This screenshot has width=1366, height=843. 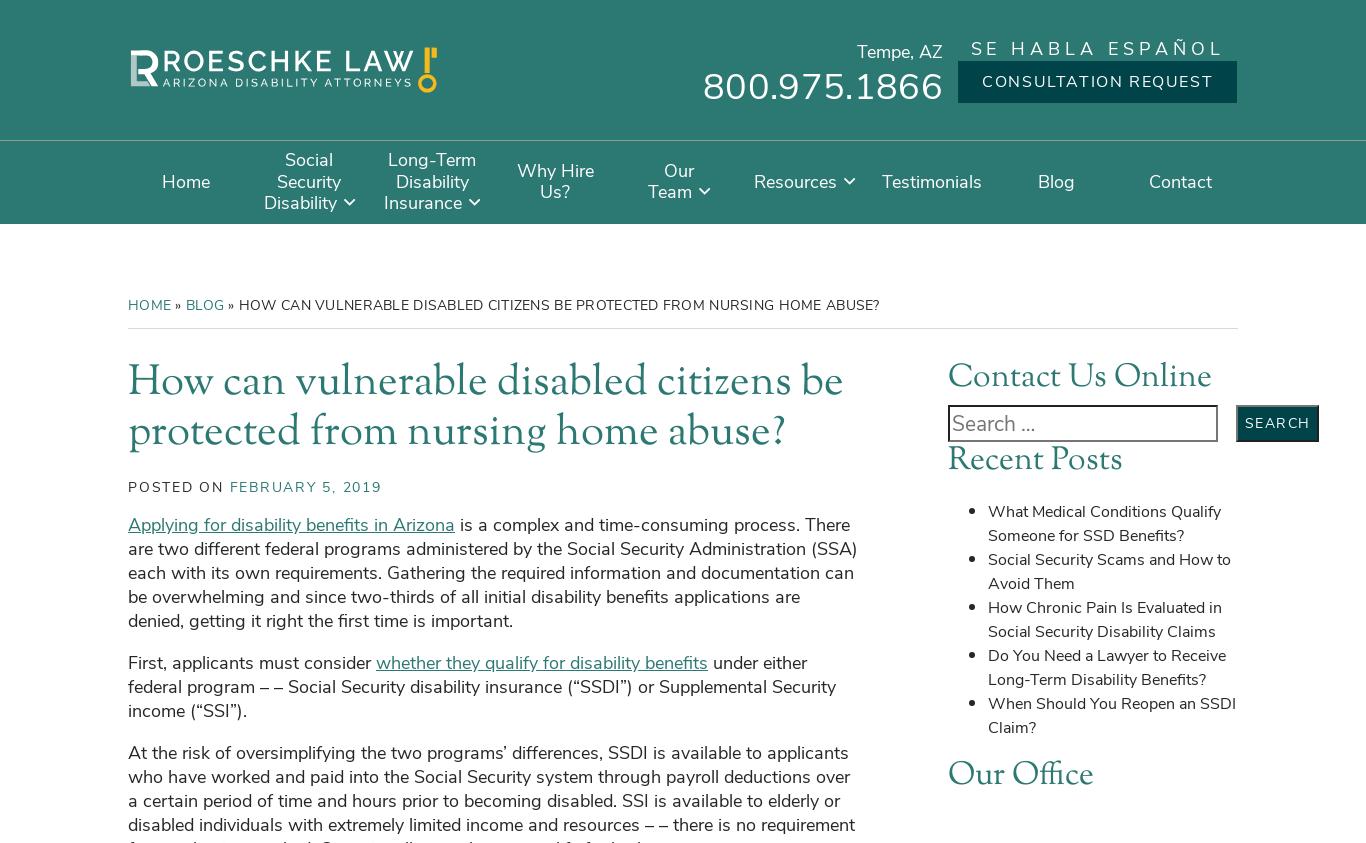 What do you see at coordinates (931, 51) in the screenshot?
I see `'AZ'` at bounding box center [931, 51].